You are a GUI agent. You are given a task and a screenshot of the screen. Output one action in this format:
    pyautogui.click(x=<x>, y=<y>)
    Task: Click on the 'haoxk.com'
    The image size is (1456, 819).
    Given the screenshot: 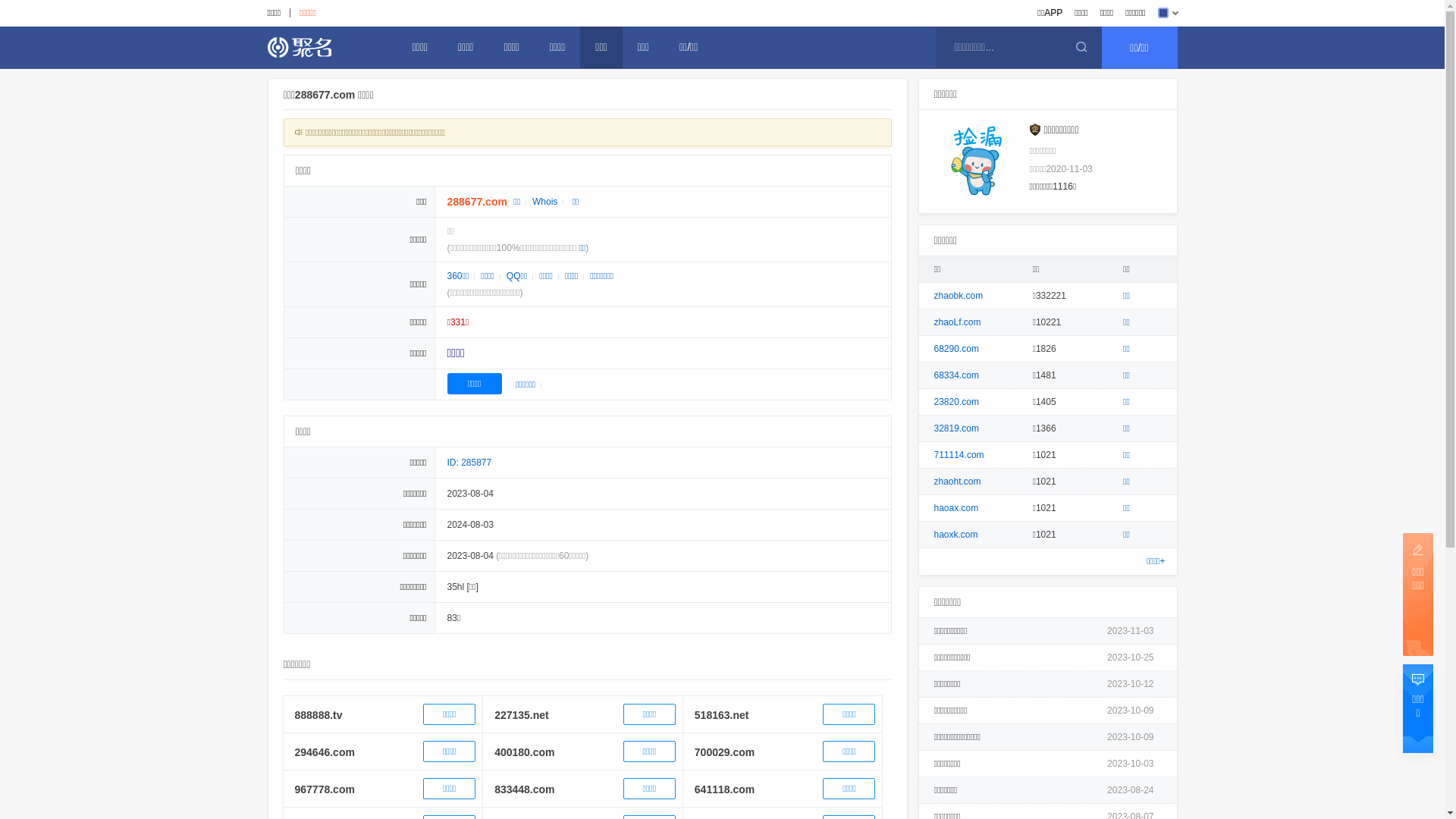 What is the action you would take?
    pyautogui.click(x=955, y=534)
    